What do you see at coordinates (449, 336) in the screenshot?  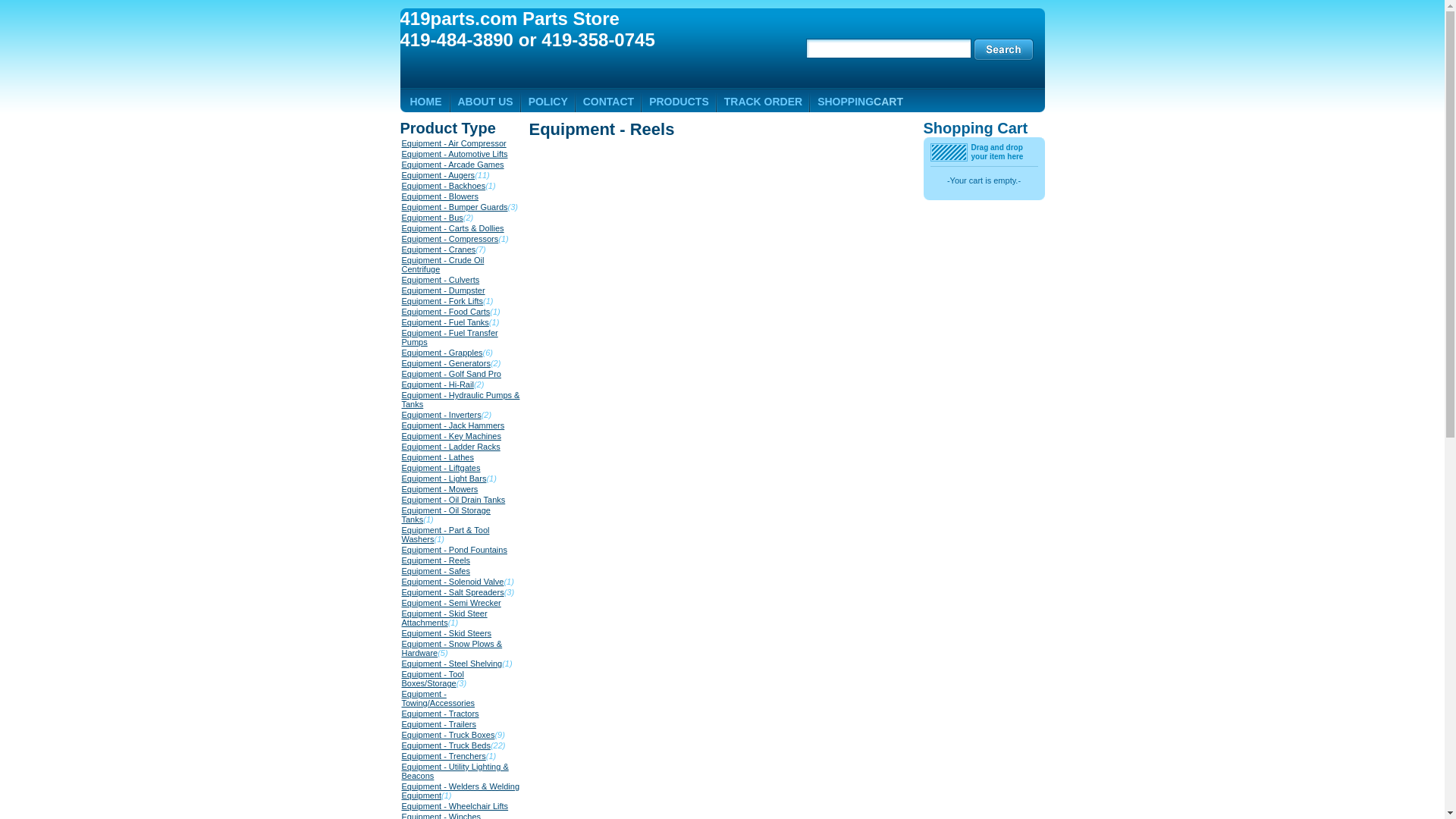 I see `'Equipment - Fuel Transfer Pumps'` at bounding box center [449, 336].